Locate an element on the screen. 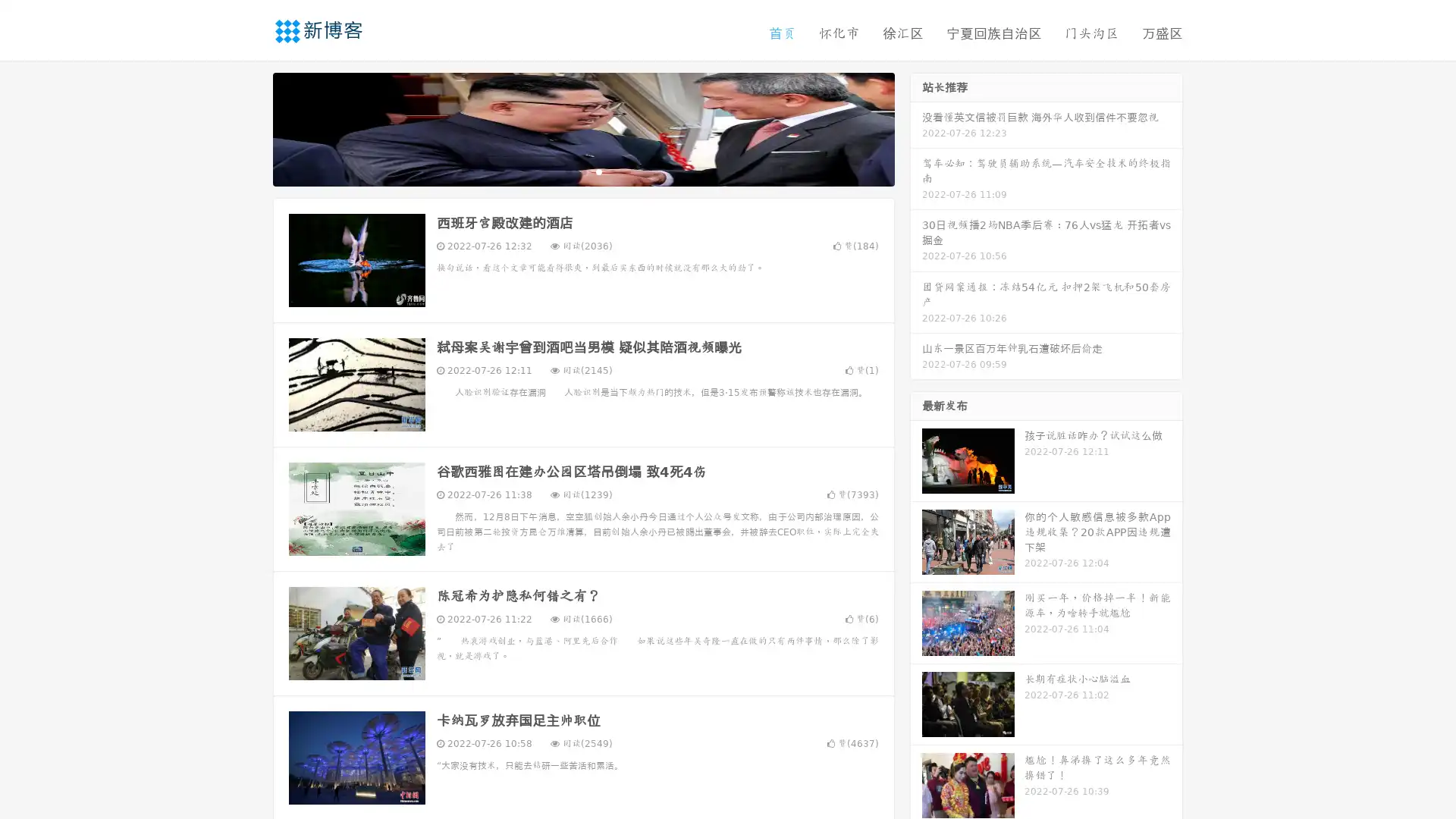 The width and height of the screenshot is (1456, 819). Next slide is located at coordinates (916, 127).